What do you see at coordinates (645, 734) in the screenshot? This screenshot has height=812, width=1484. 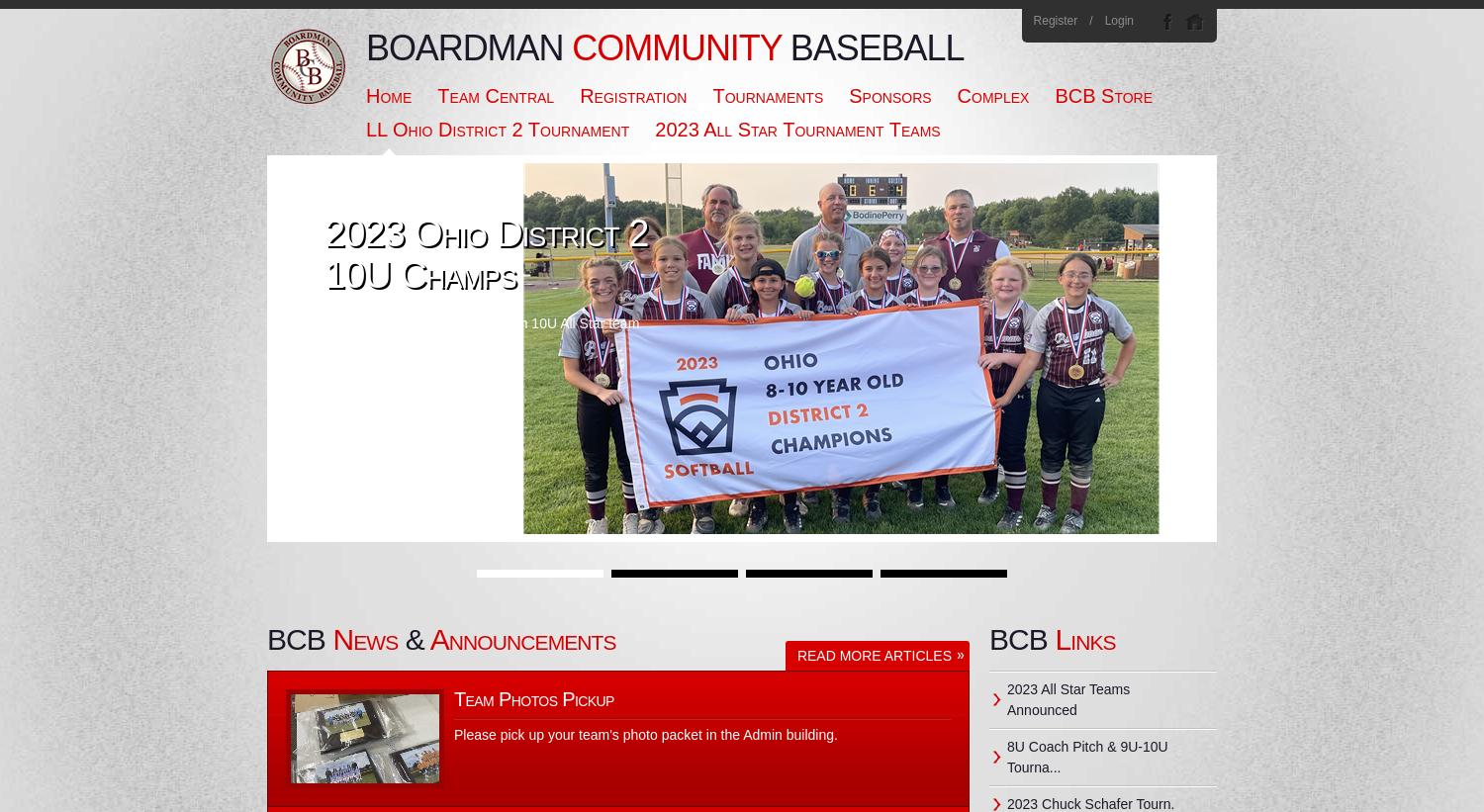 I see `'Please pick up your team's photo packet in the Admin building.'` at bounding box center [645, 734].